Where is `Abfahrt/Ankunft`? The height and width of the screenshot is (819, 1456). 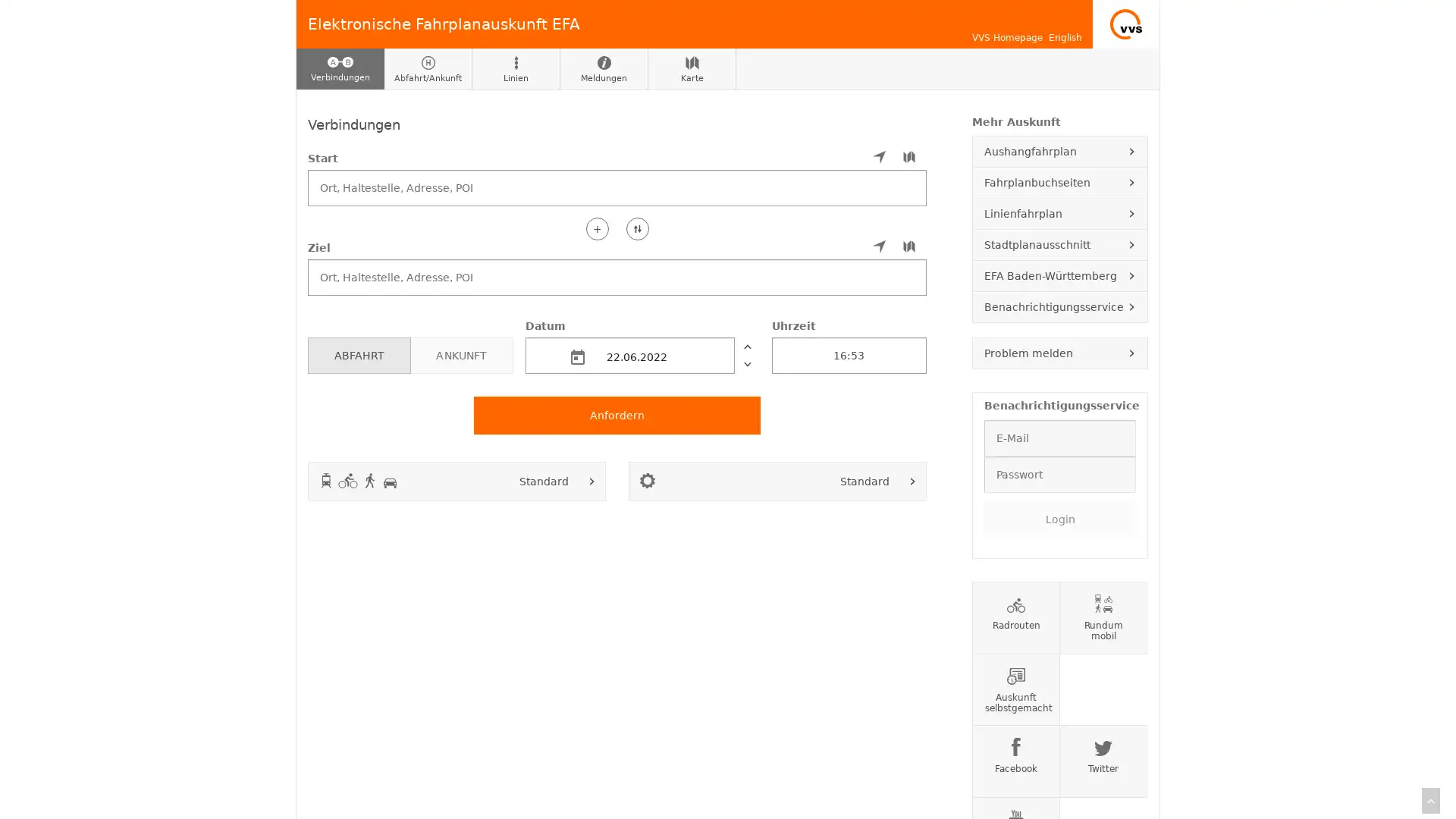 Abfahrt/Ankunft is located at coordinates (428, 69).